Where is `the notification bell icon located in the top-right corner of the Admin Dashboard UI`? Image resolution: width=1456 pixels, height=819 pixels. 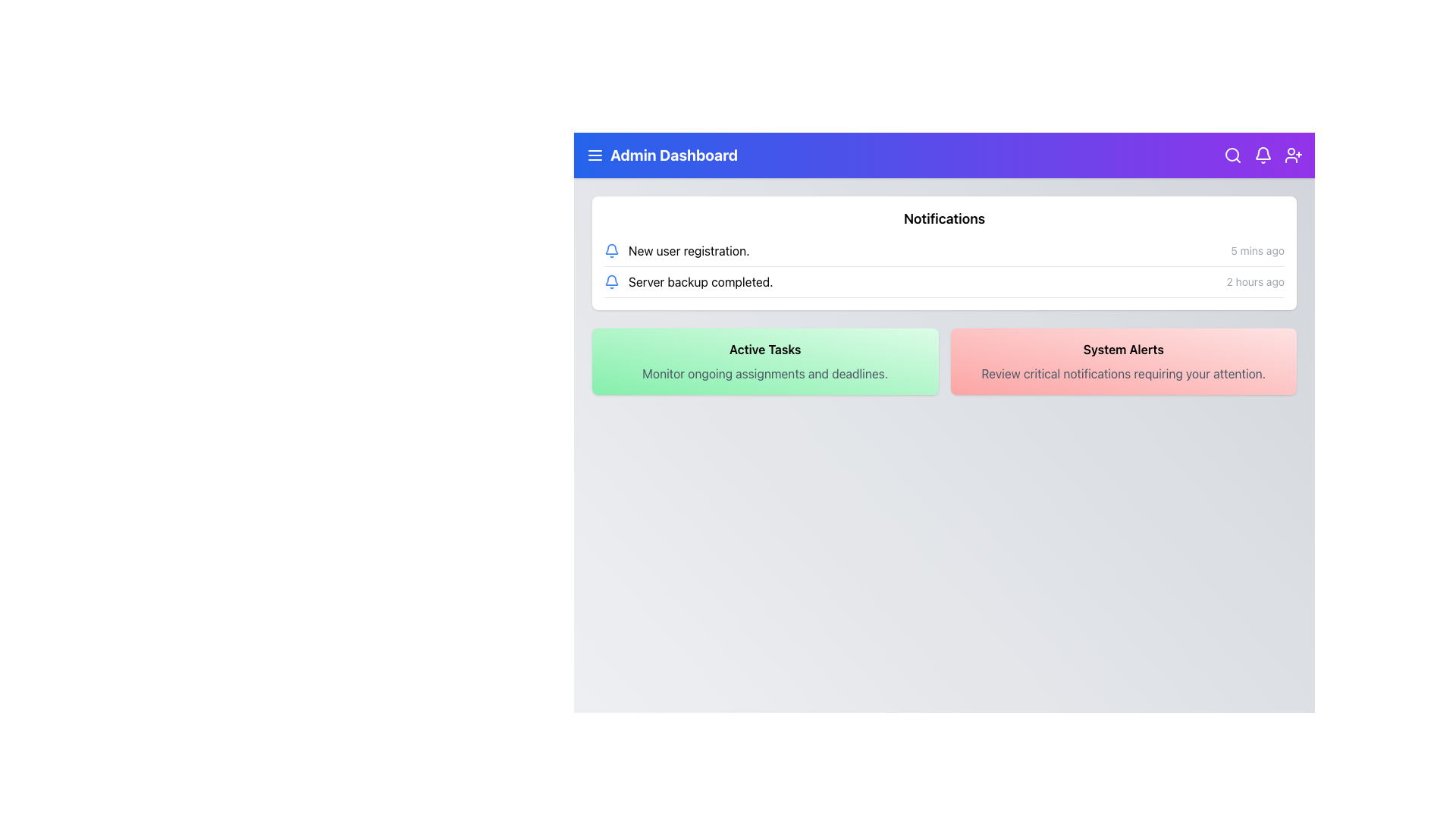 the notification bell icon located in the top-right corner of the Admin Dashboard UI is located at coordinates (1263, 155).